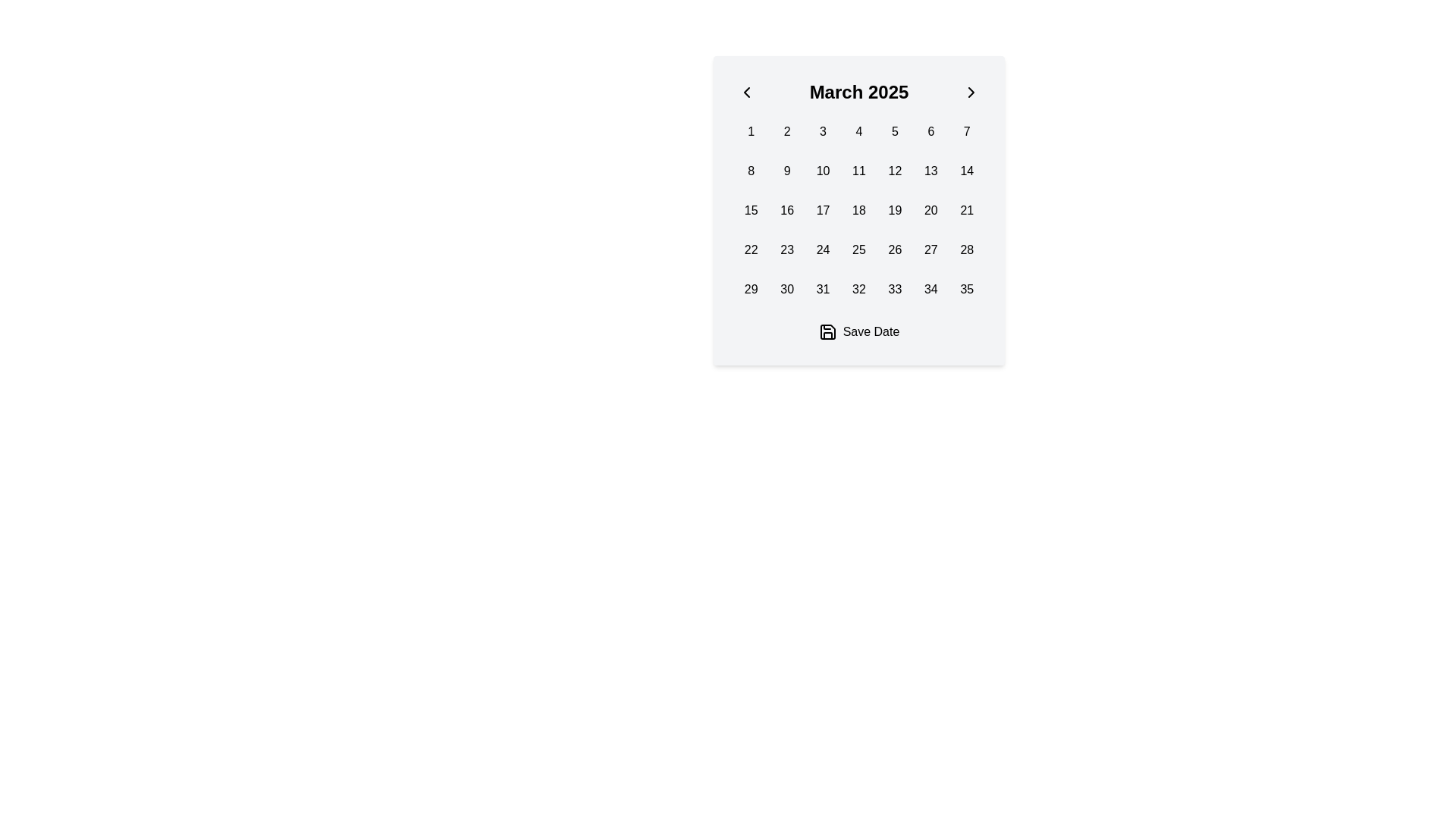 The image size is (1456, 819). I want to click on the small square button displaying the number '4' in bold black text, so click(858, 130).